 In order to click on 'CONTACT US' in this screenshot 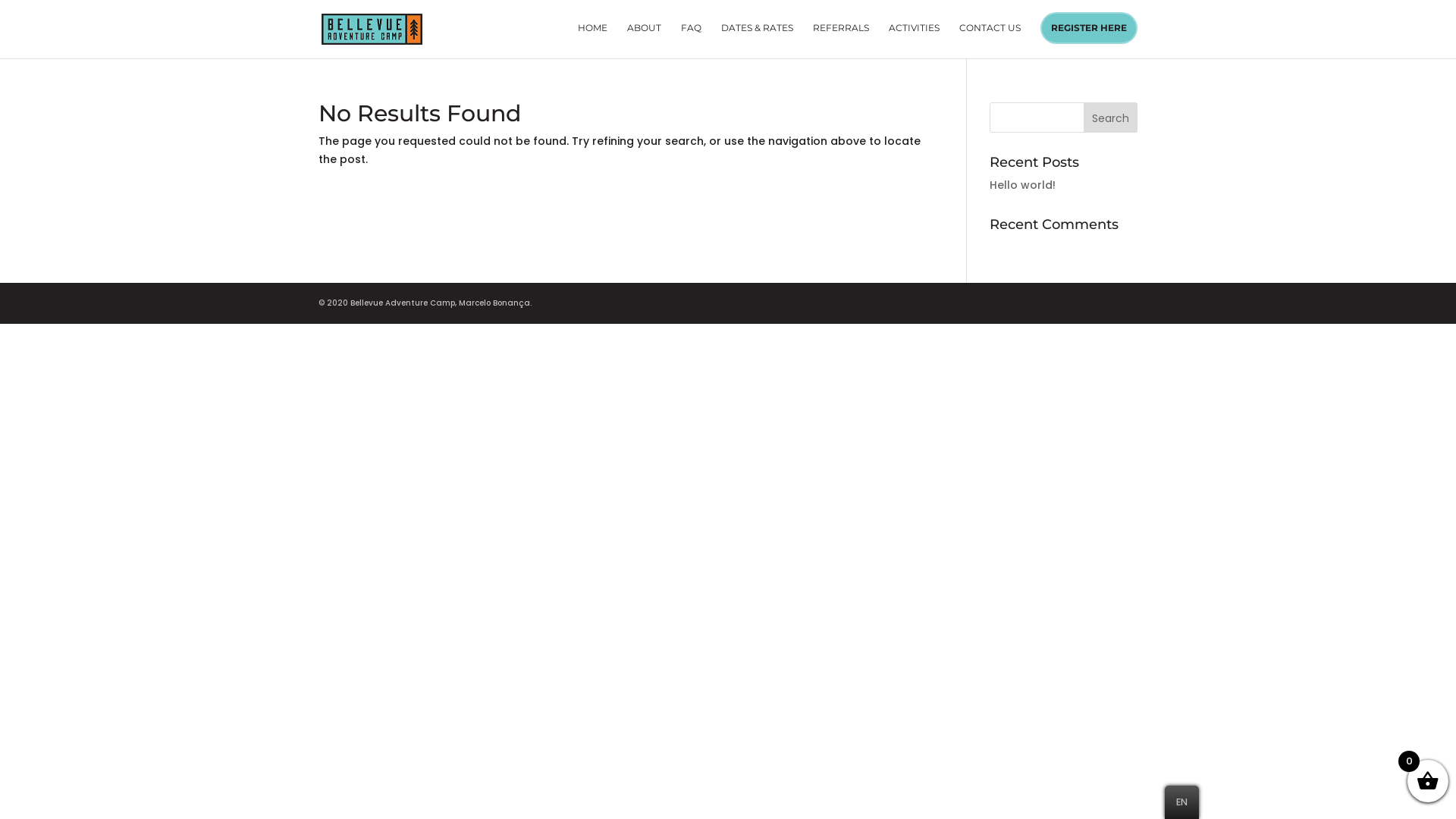, I will do `click(990, 39)`.